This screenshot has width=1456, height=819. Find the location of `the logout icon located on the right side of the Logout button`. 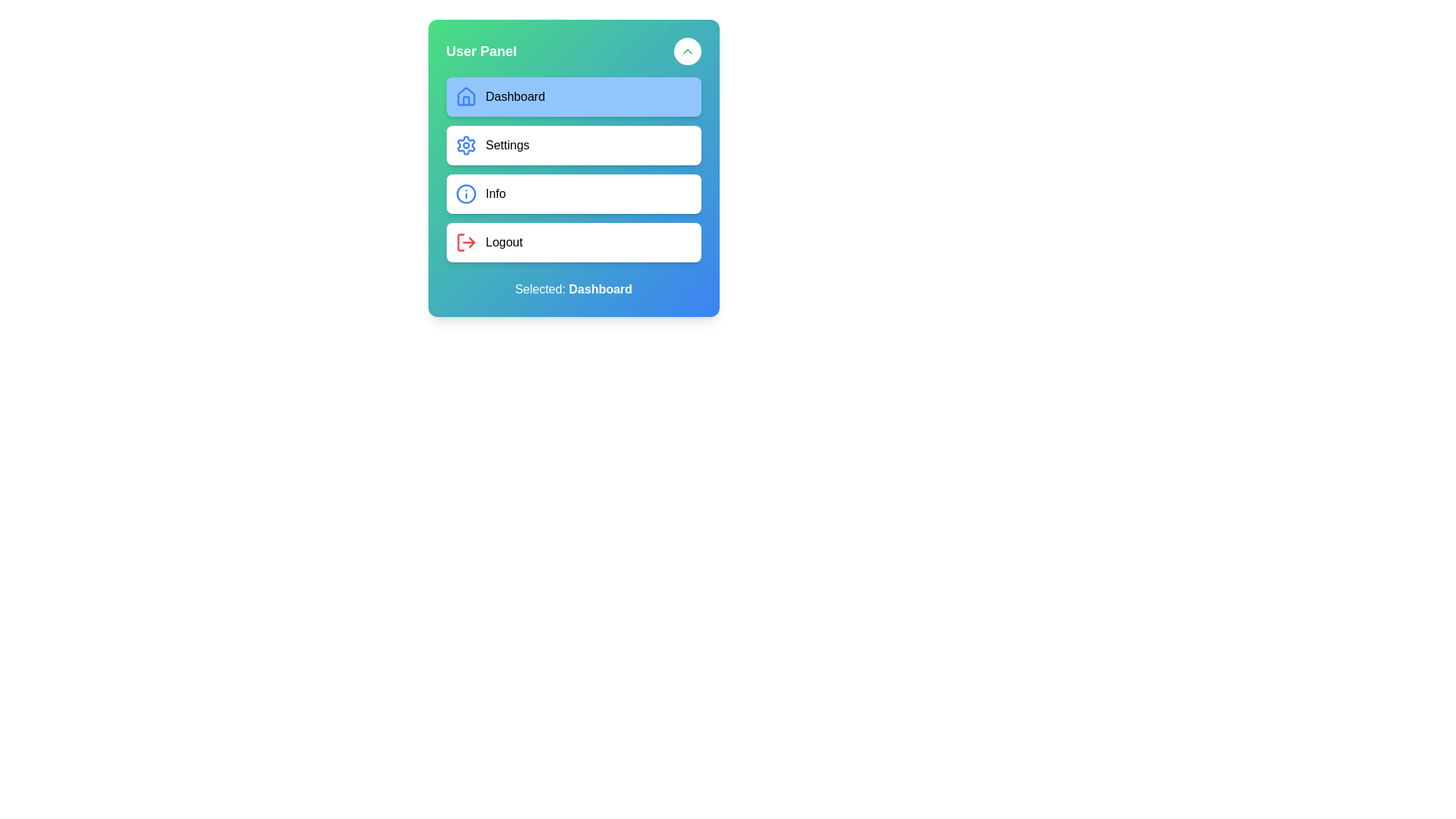

the logout icon located on the right side of the Logout button is located at coordinates (471, 242).